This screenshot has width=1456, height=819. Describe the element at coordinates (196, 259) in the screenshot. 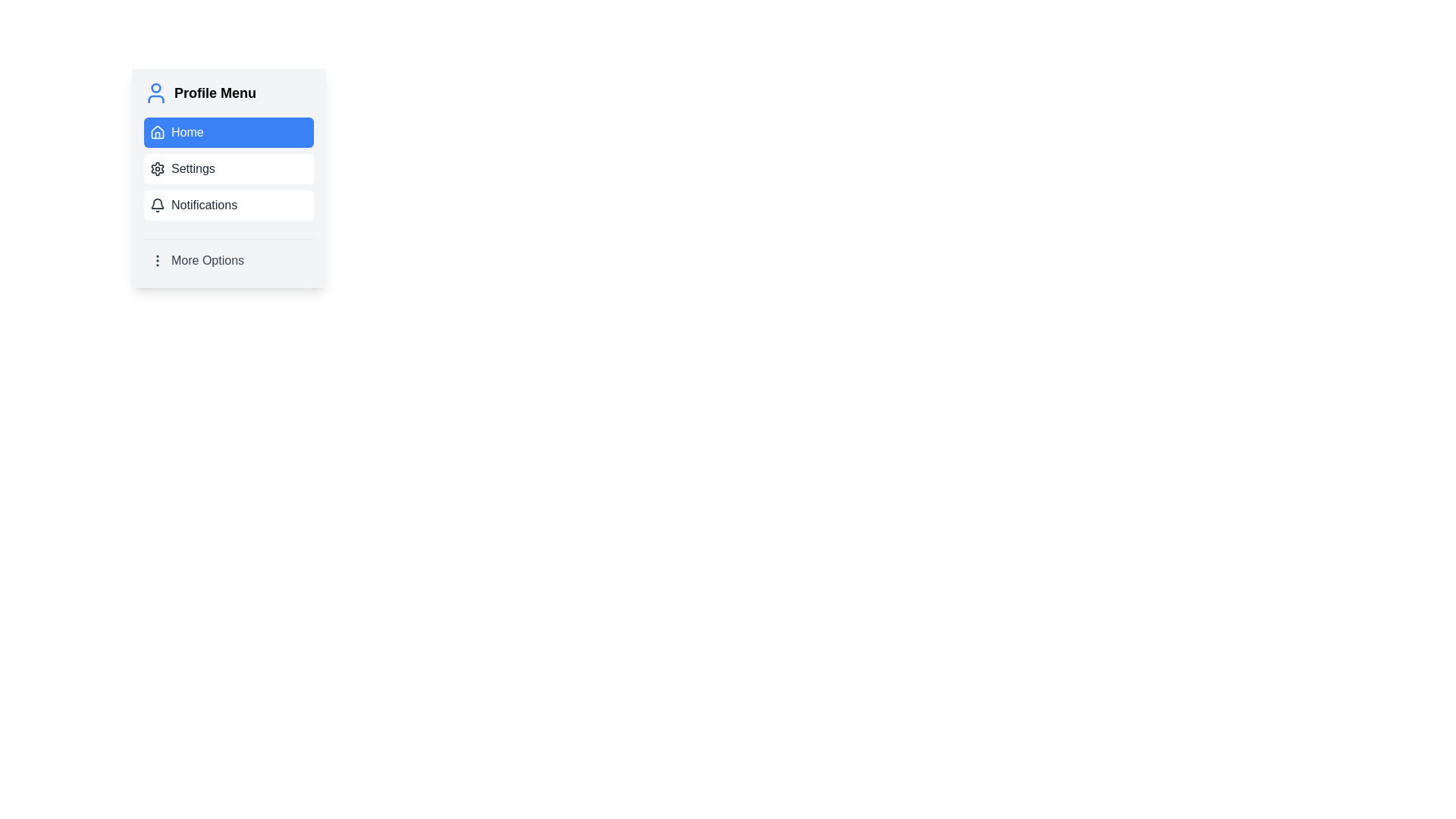

I see `the Button in the Profile Menu that provides access to additional settings or options, located below the Notifications option, to change its background for a visual cue` at that location.